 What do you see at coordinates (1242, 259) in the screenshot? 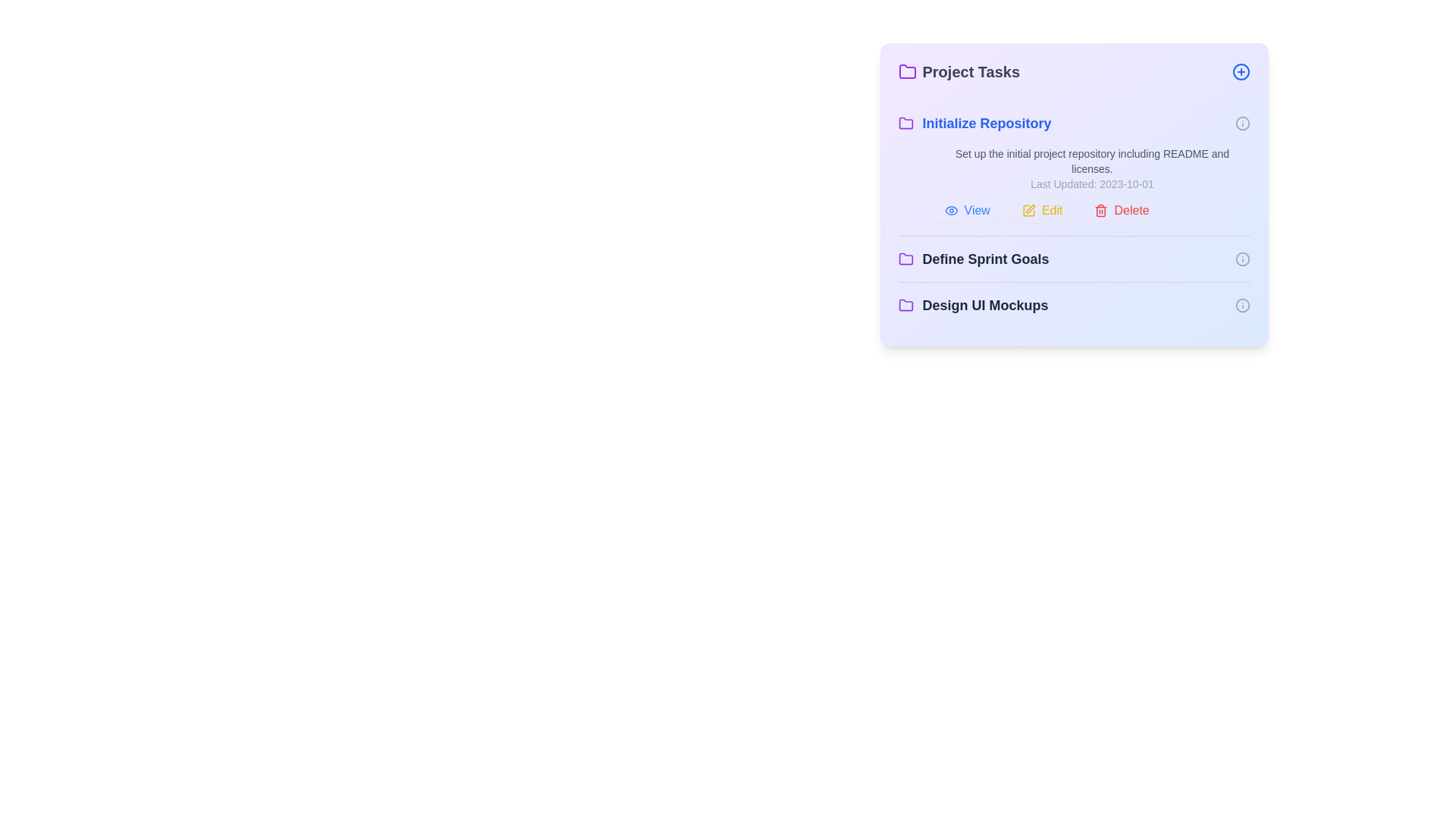
I see `the circular informational icon located next to the 'Define Sprint Goals' text within the task list` at bounding box center [1242, 259].